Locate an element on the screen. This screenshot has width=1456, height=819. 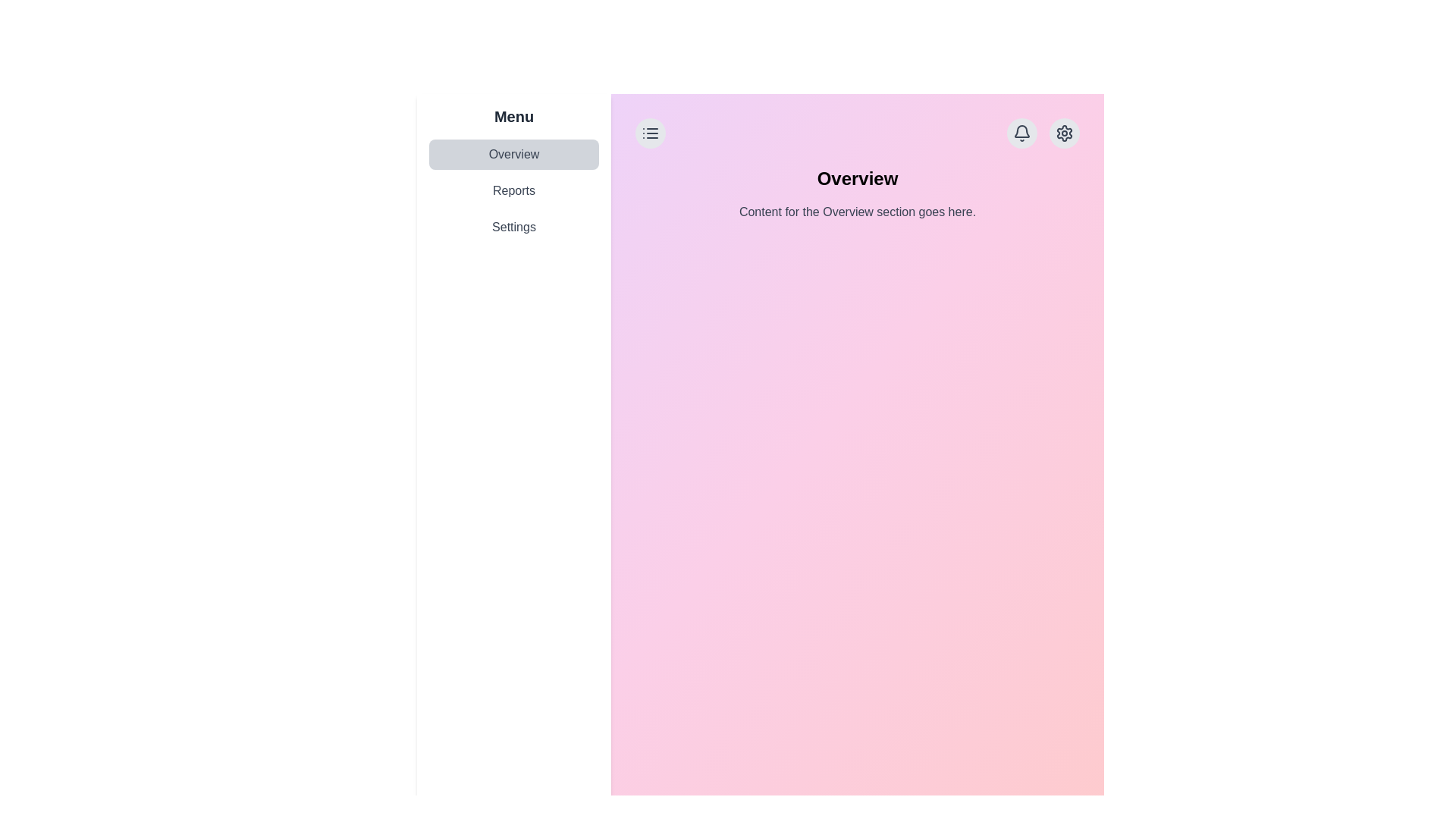
the SVG icon button located near the top-left corner of the main content area is located at coordinates (651, 133).